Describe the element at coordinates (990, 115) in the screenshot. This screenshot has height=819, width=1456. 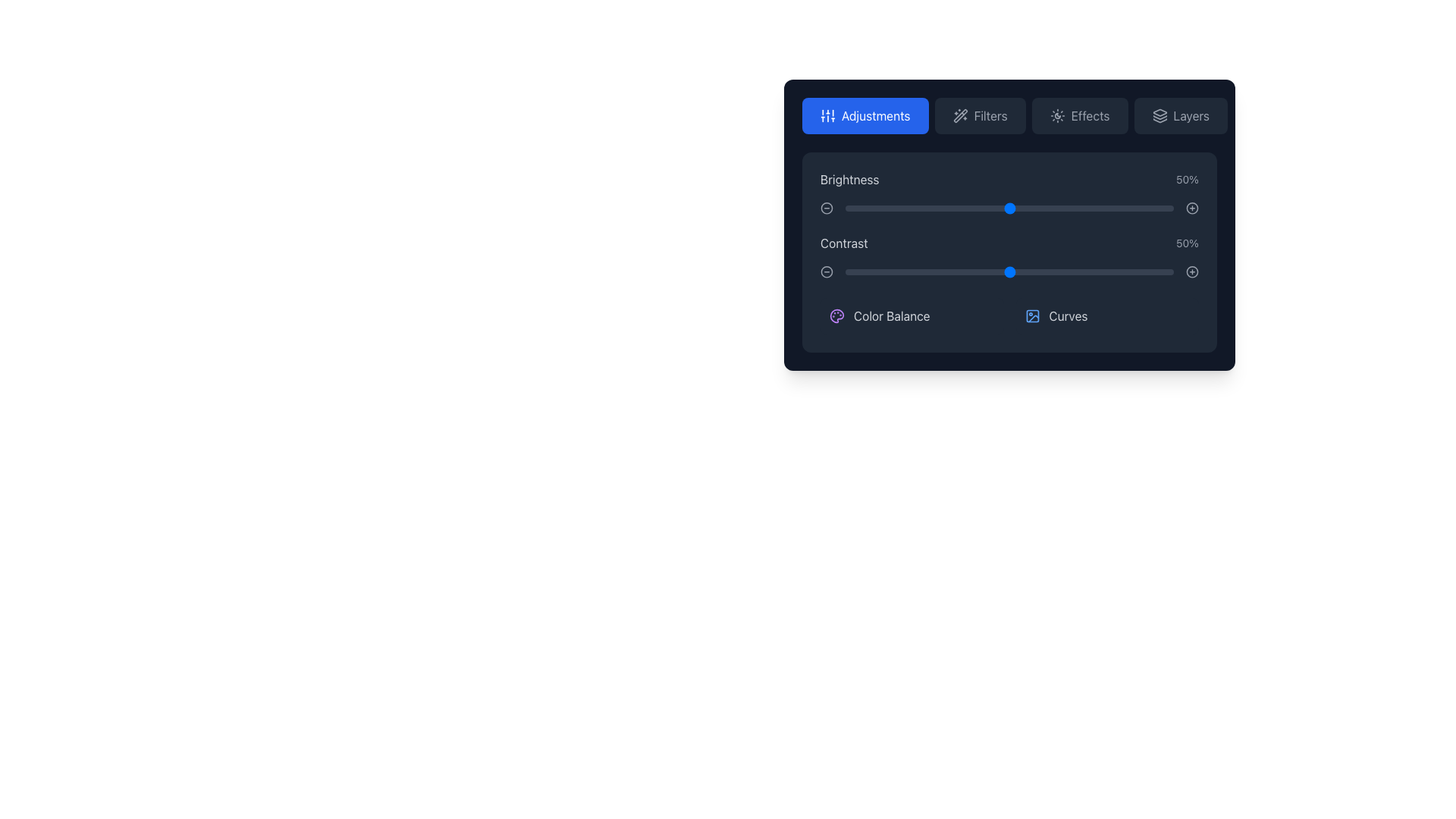
I see `the 'Filters' text label` at that location.